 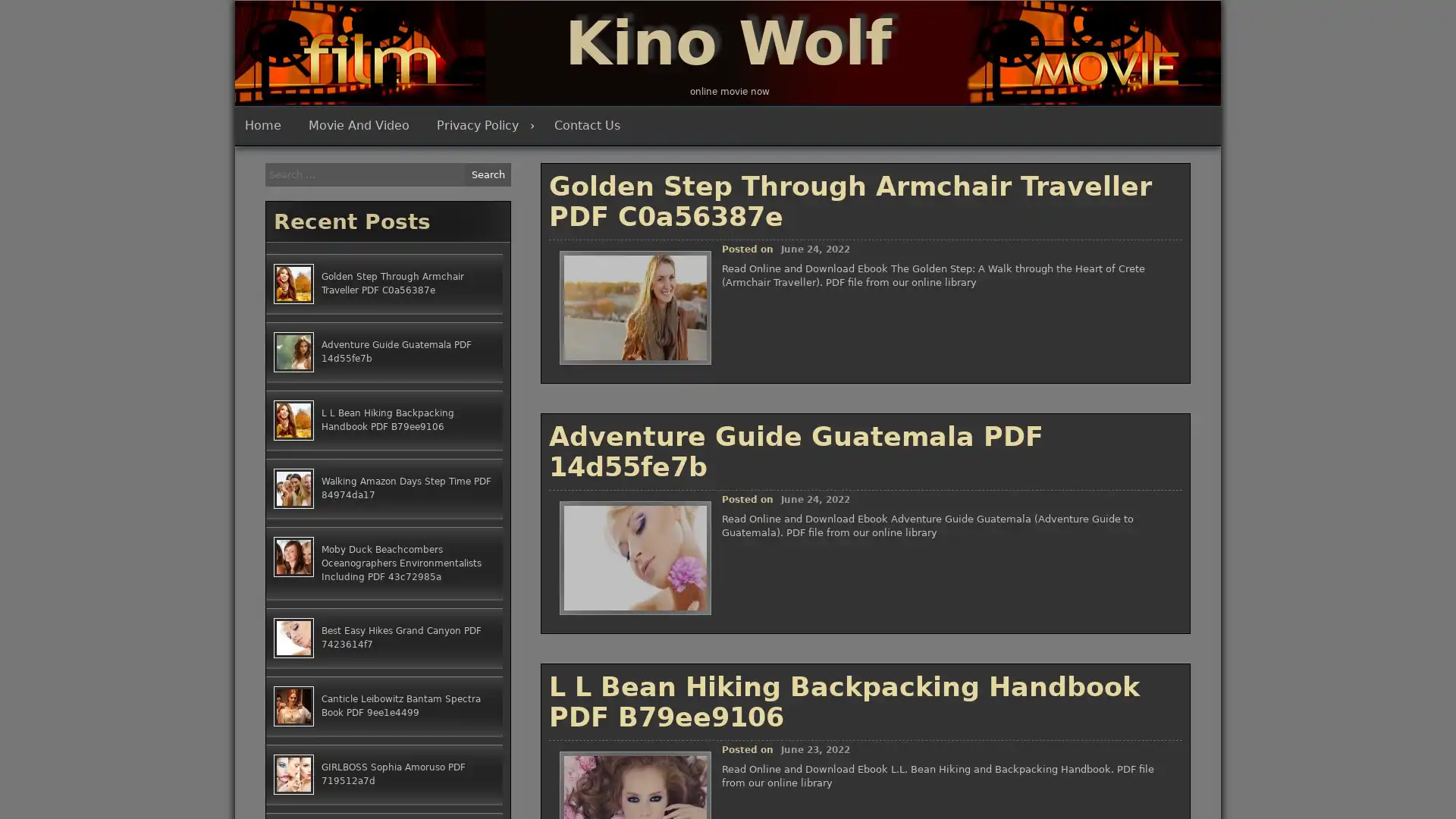 What do you see at coordinates (488, 174) in the screenshot?
I see `Search` at bounding box center [488, 174].